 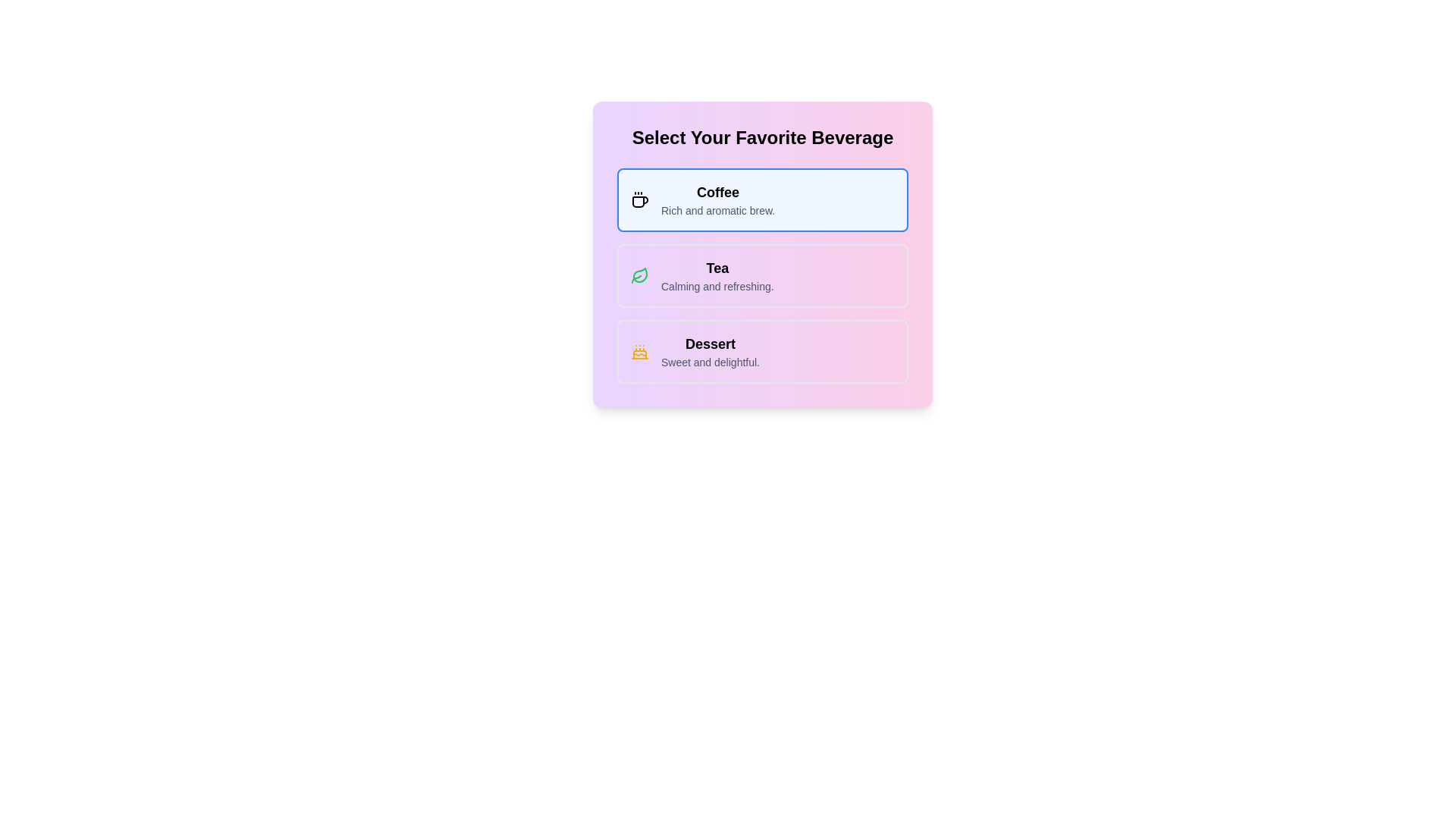 What do you see at coordinates (709, 344) in the screenshot?
I see `the text label displaying 'Dessert' in bold font, located above the description 'Sweet and delightful' within a box group at the bottom of the options list` at bounding box center [709, 344].